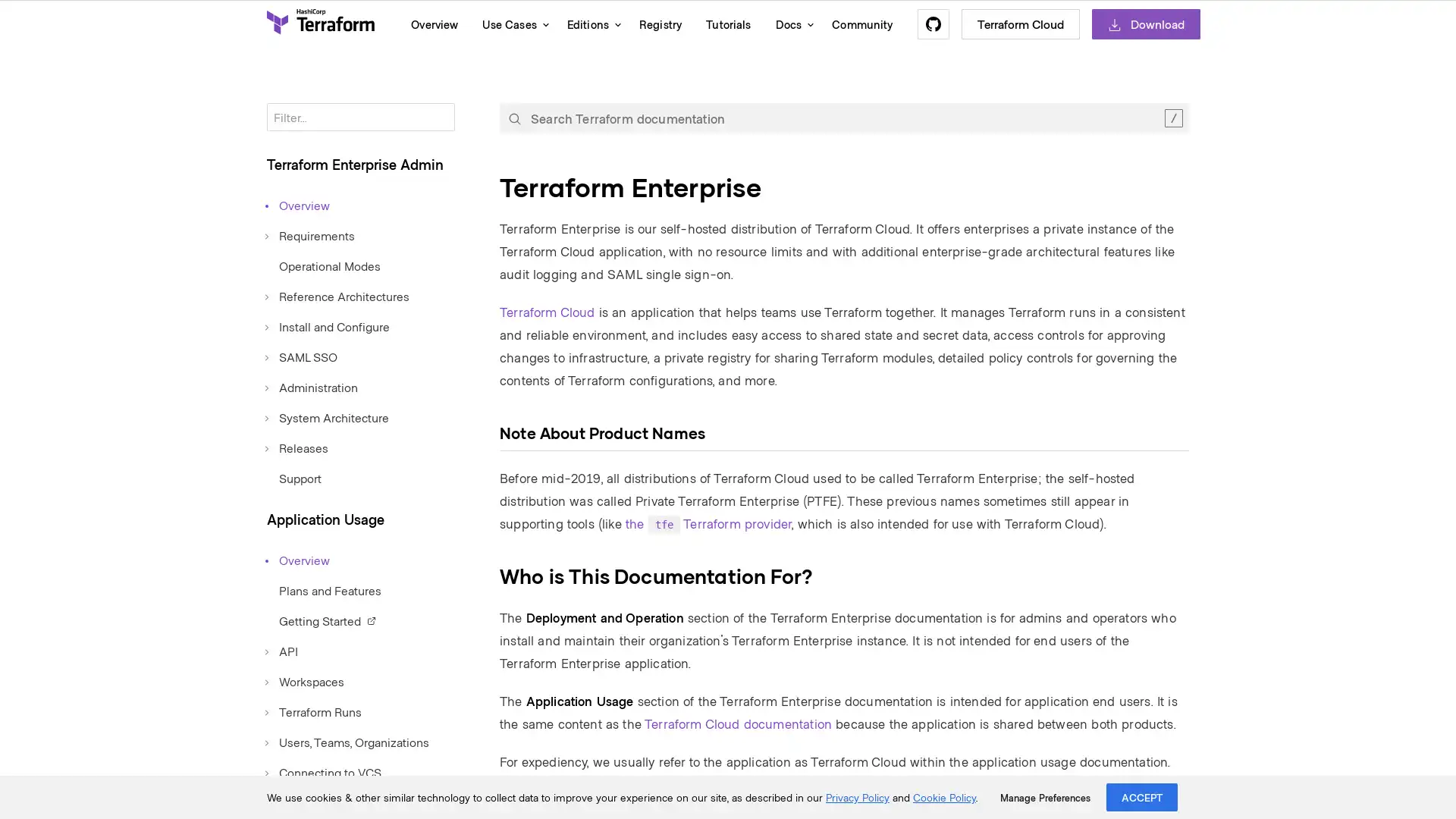  What do you see at coordinates (790, 24) in the screenshot?
I see `Docs` at bounding box center [790, 24].